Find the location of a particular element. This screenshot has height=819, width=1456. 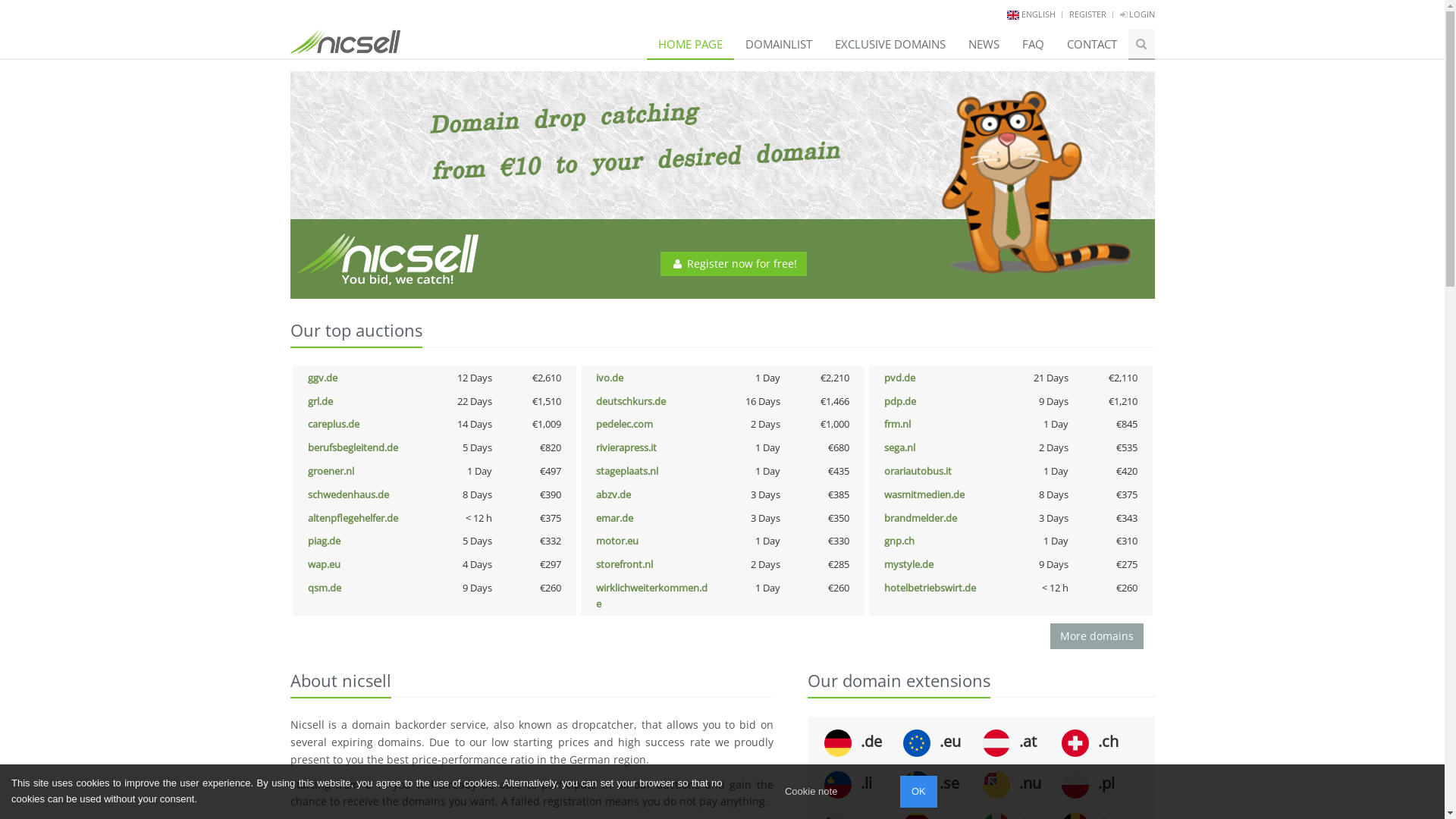

'gnp.ch' is located at coordinates (884, 540).